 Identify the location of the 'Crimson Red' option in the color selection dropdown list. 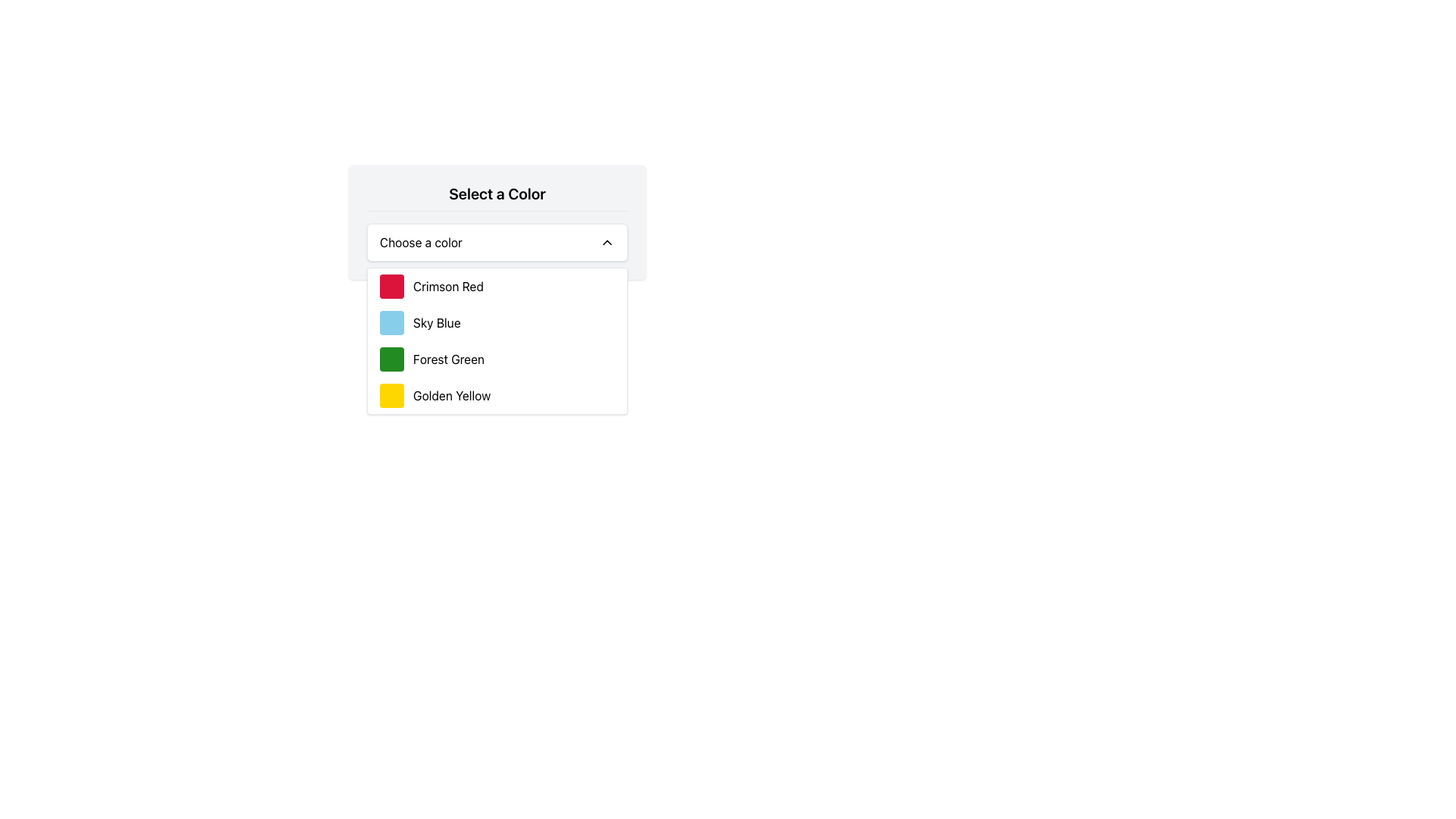
(497, 287).